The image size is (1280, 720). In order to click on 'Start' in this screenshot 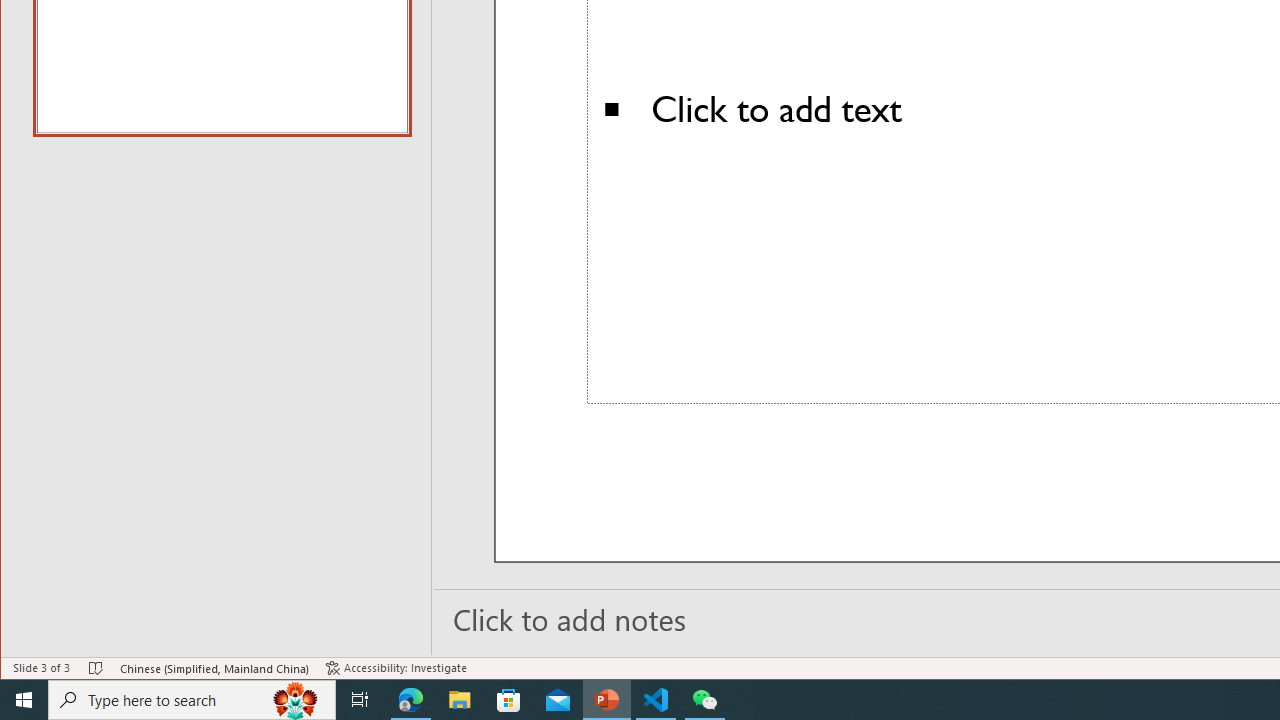, I will do `click(24, 698)`.